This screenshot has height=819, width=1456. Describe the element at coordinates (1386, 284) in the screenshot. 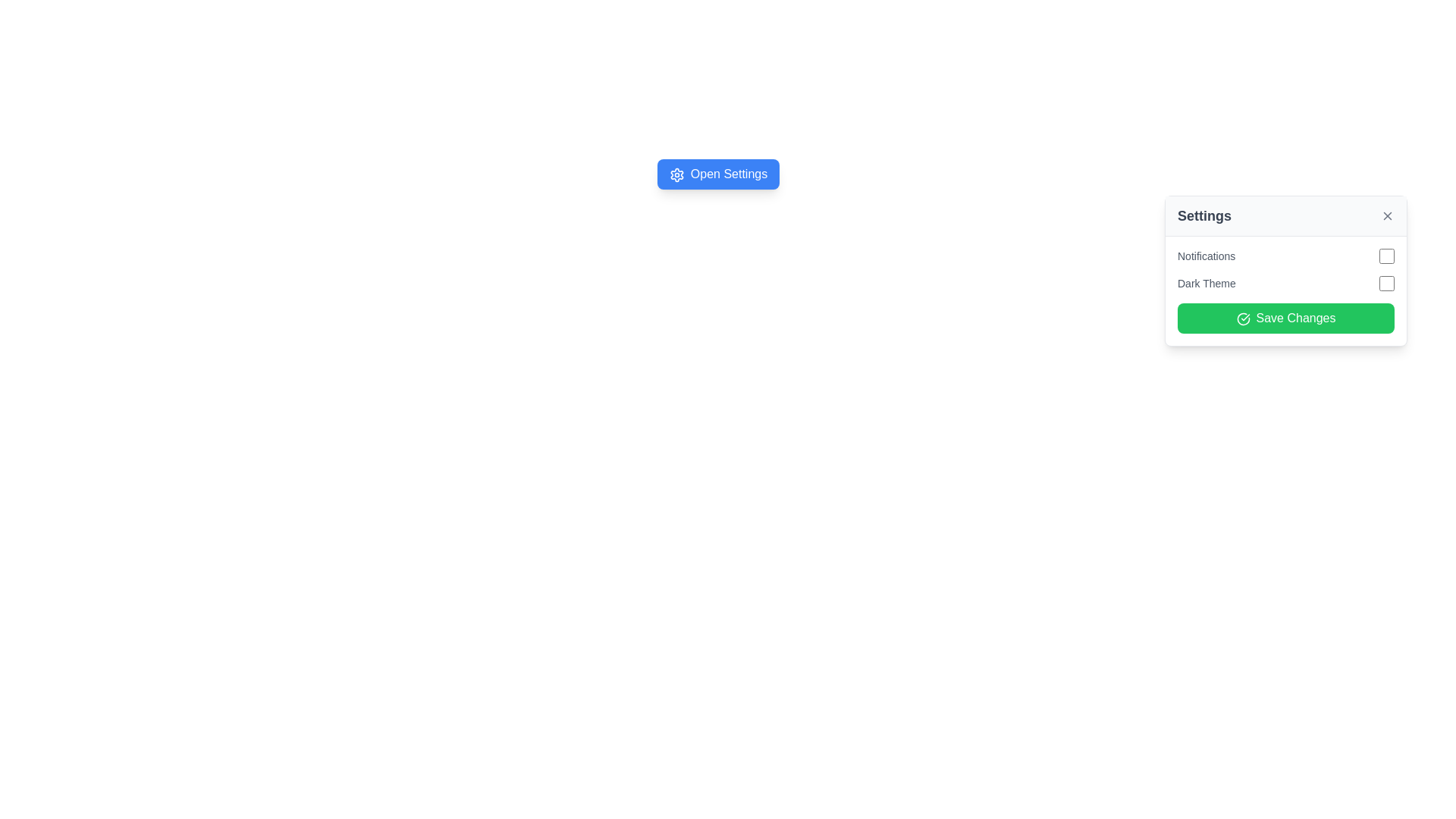

I see `the checkbox styled with a rounded outline beside the 'Dark Theme' label` at that location.